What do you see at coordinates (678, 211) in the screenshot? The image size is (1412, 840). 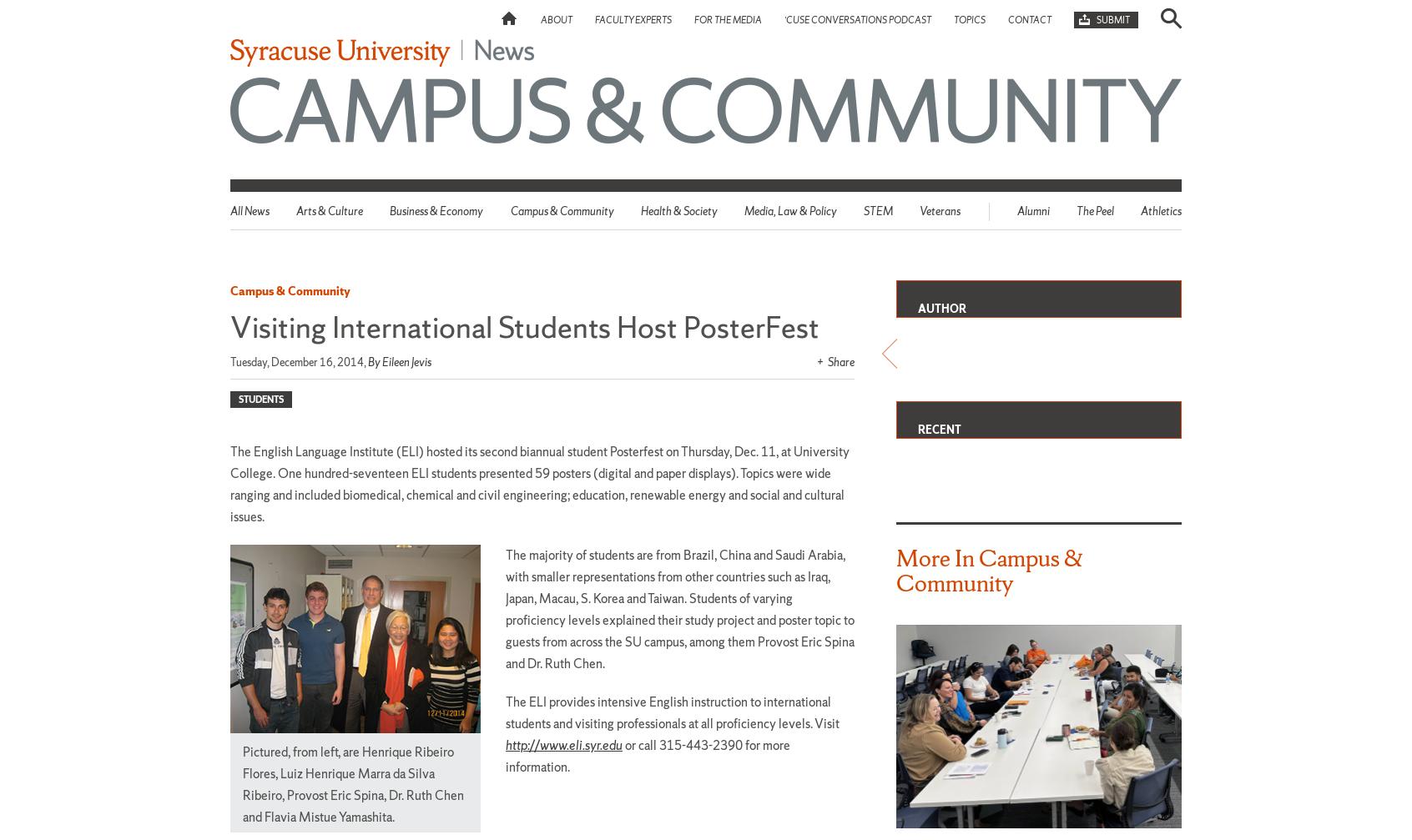 I see `'Health & Society'` at bounding box center [678, 211].